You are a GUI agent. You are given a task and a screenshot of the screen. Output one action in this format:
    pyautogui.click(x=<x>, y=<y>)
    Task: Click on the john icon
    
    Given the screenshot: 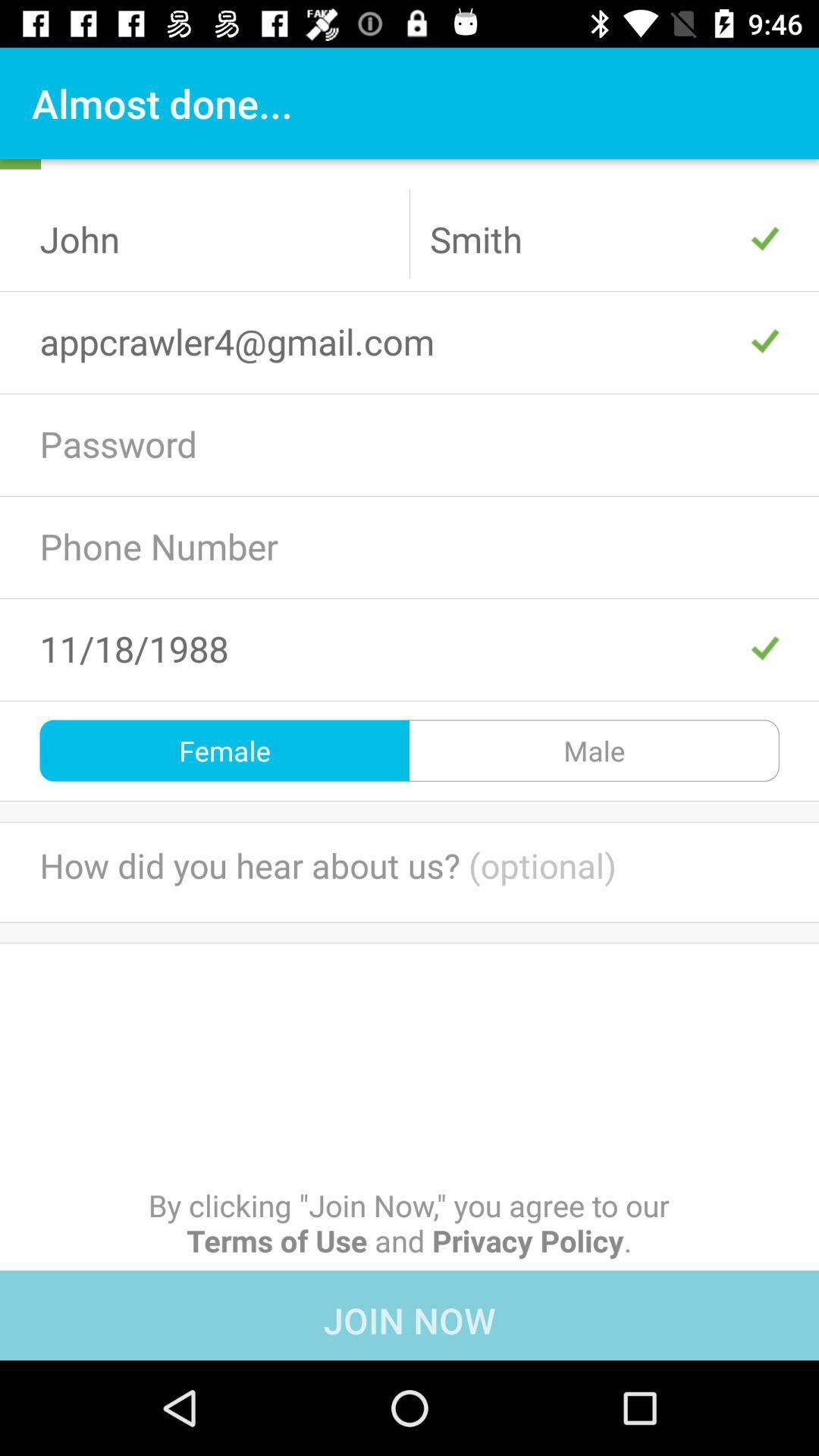 What is the action you would take?
    pyautogui.click(x=215, y=238)
    